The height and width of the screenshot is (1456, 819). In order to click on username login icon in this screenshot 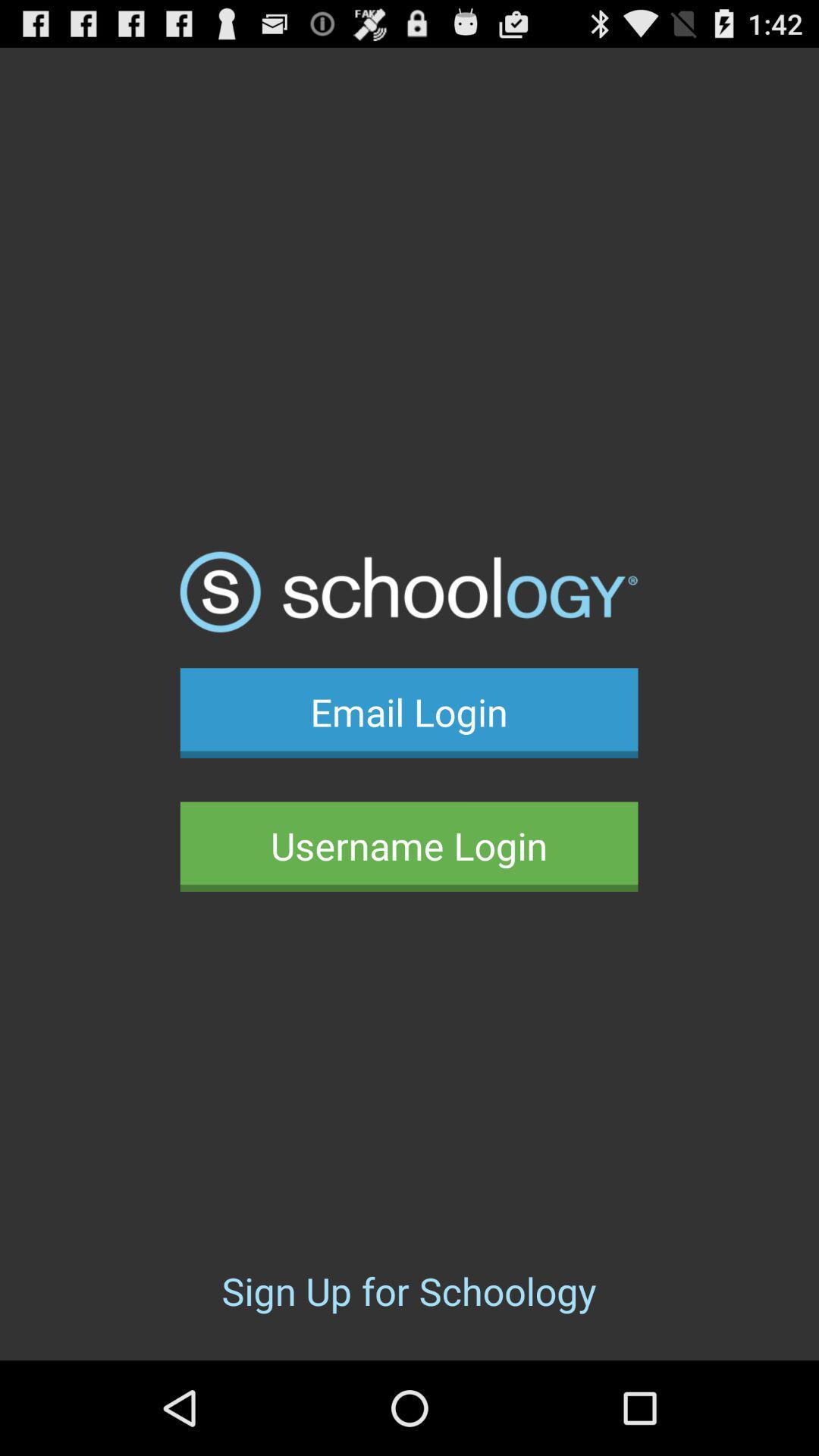, I will do `click(408, 846)`.